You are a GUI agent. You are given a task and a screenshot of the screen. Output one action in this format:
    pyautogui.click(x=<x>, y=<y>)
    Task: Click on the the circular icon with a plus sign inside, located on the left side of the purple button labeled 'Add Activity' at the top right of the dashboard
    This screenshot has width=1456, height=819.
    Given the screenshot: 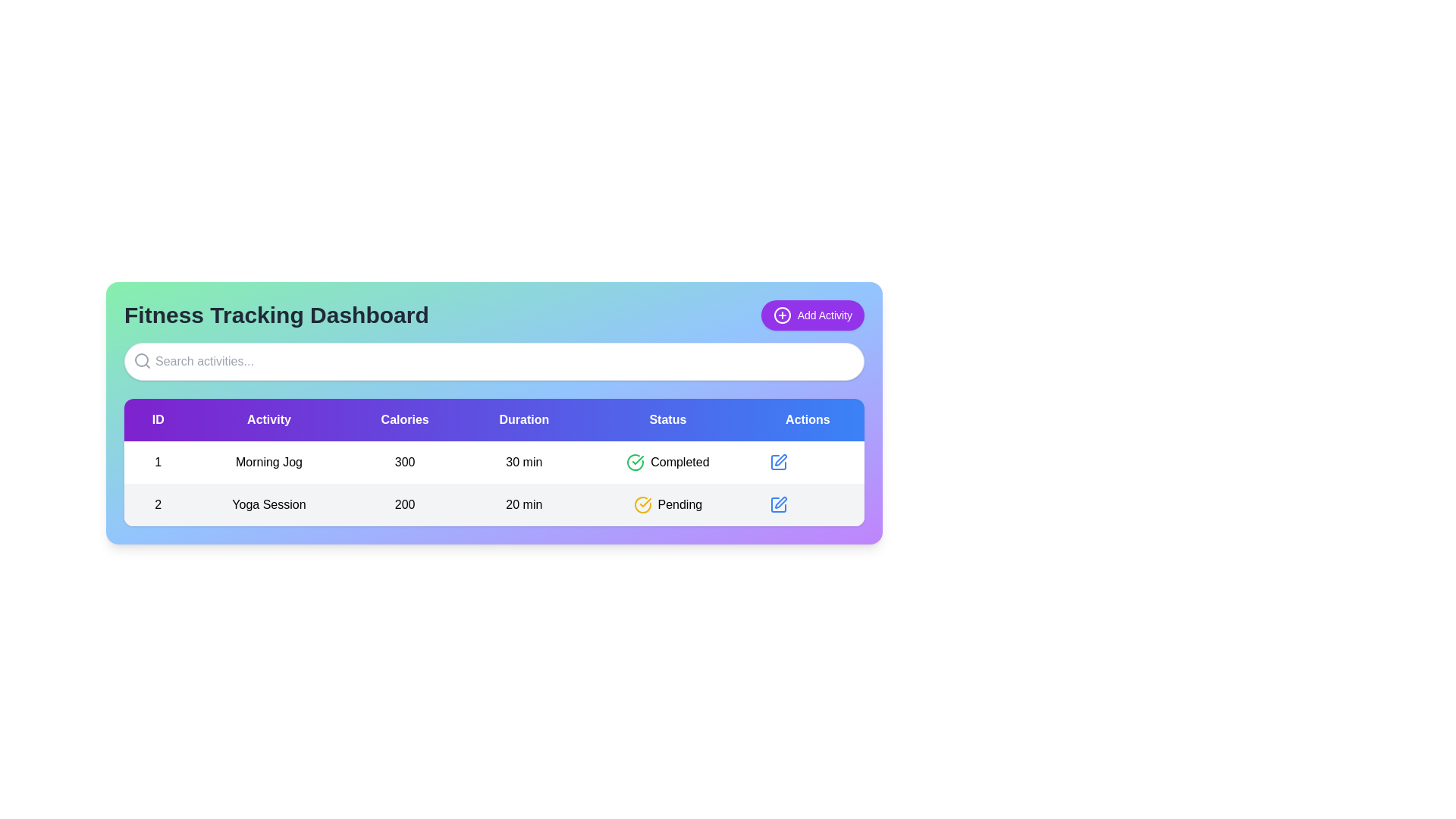 What is the action you would take?
    pyautogui.click(x=782, y=315)
    